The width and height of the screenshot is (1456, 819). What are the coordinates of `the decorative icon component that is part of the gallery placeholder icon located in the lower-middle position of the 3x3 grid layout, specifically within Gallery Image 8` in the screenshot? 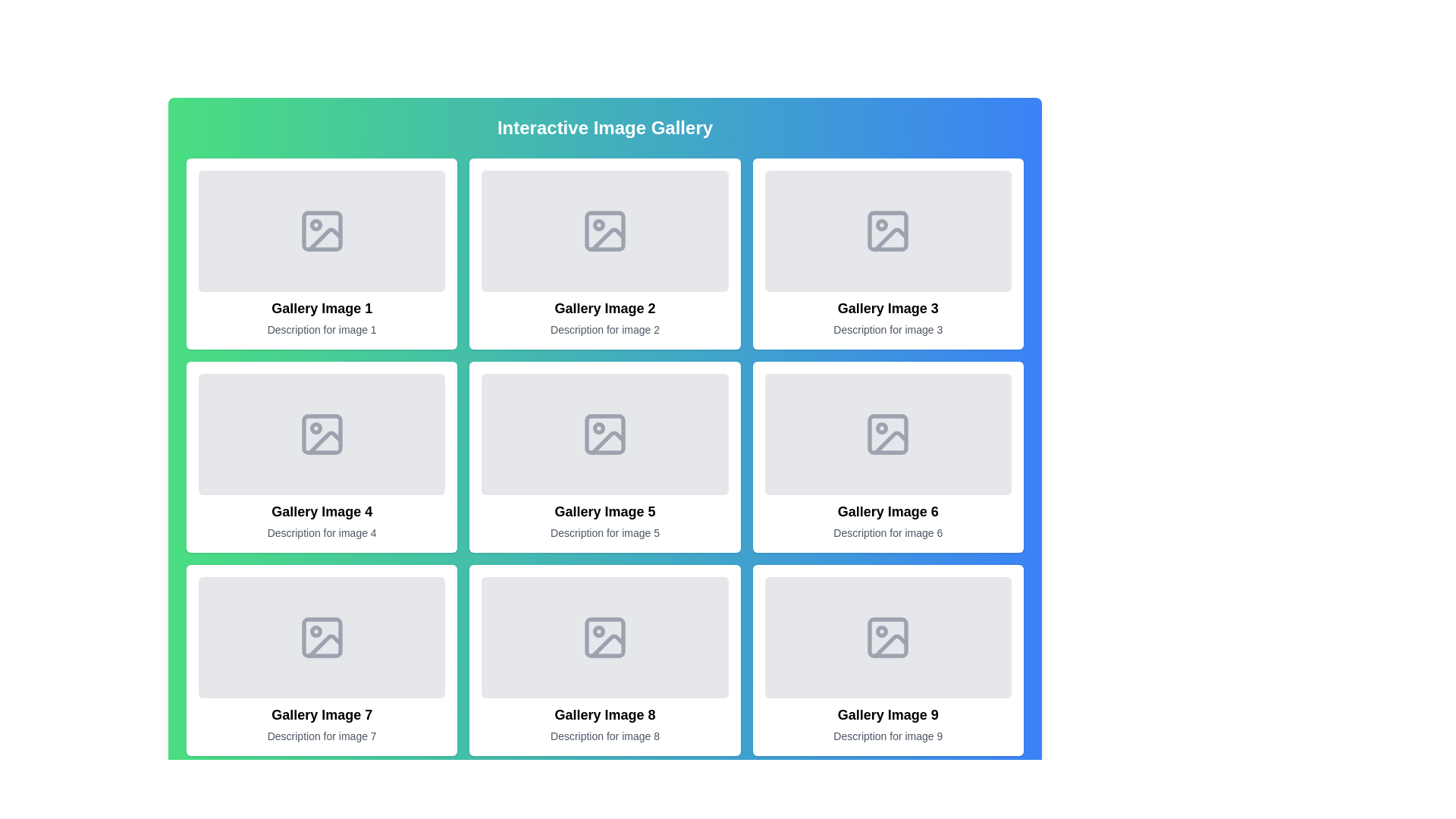 It's located at (607, 646).